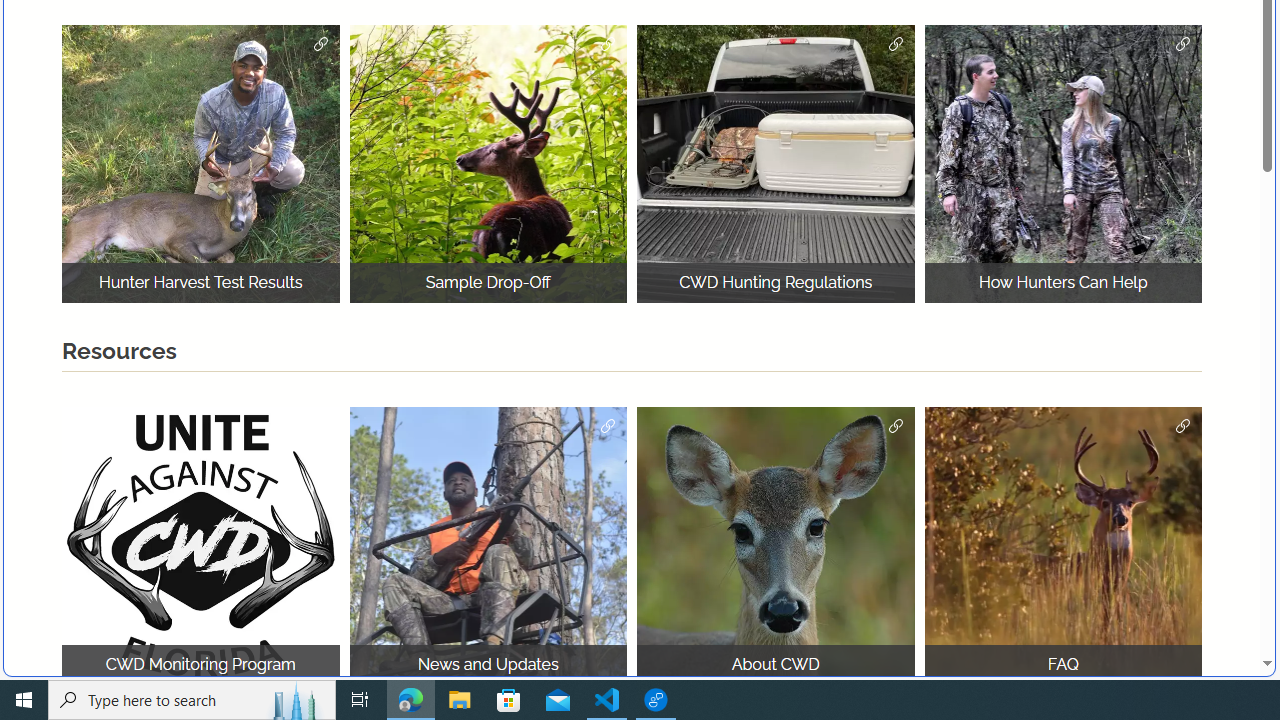  Describe the element at coordinates (1062, 163) in the screenshot. I see `'How Hunters Can Help Joe Budd WMA'` at that location.